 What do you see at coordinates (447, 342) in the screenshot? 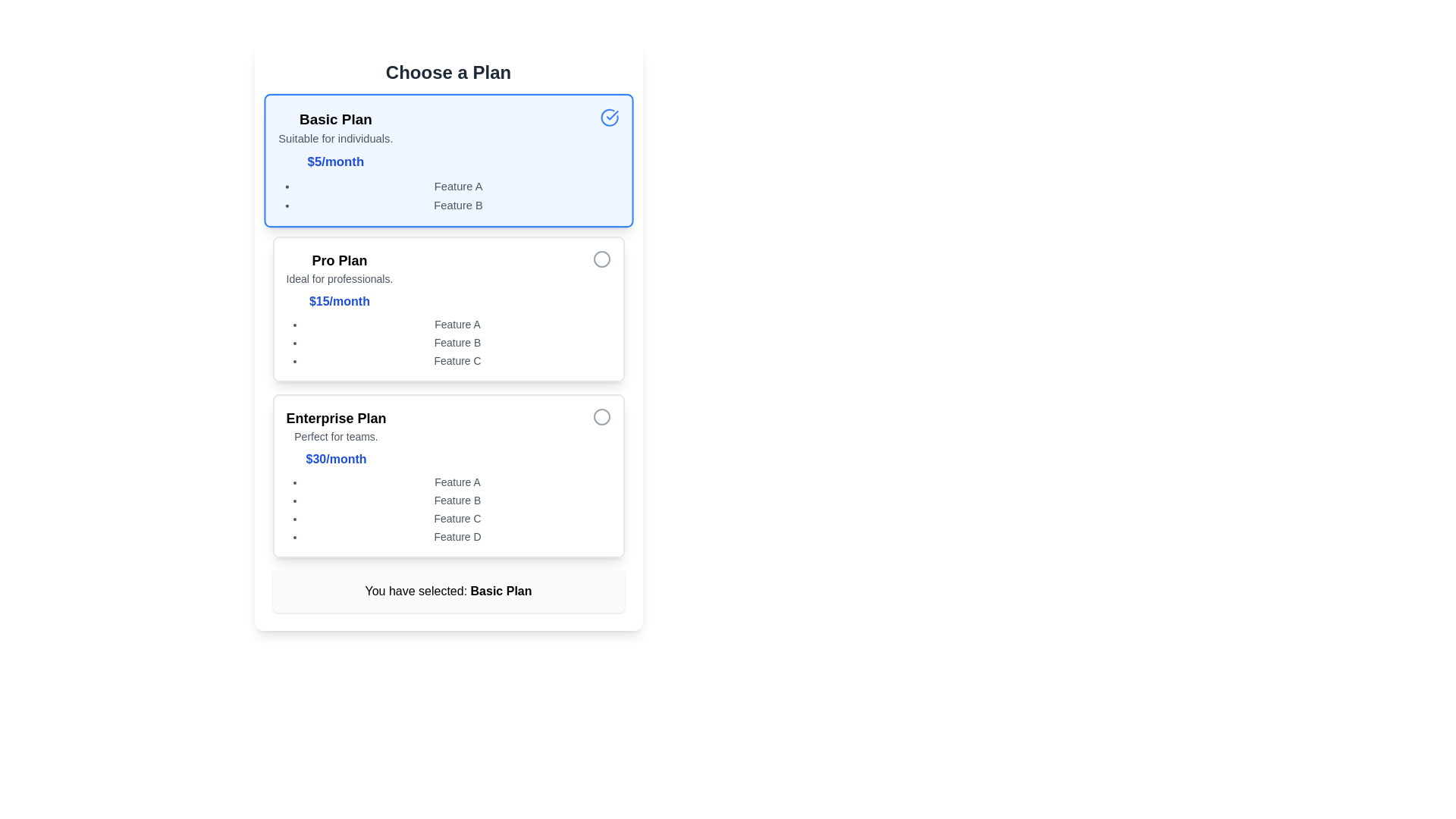
I see `the text in the vertical list of features labeled 'Feature A', 'Feature B', and 'Feature C', which is styled in a small gray font and located within the 'Pro Plan' card below the subscription price details` at bounding box center [447, 342].